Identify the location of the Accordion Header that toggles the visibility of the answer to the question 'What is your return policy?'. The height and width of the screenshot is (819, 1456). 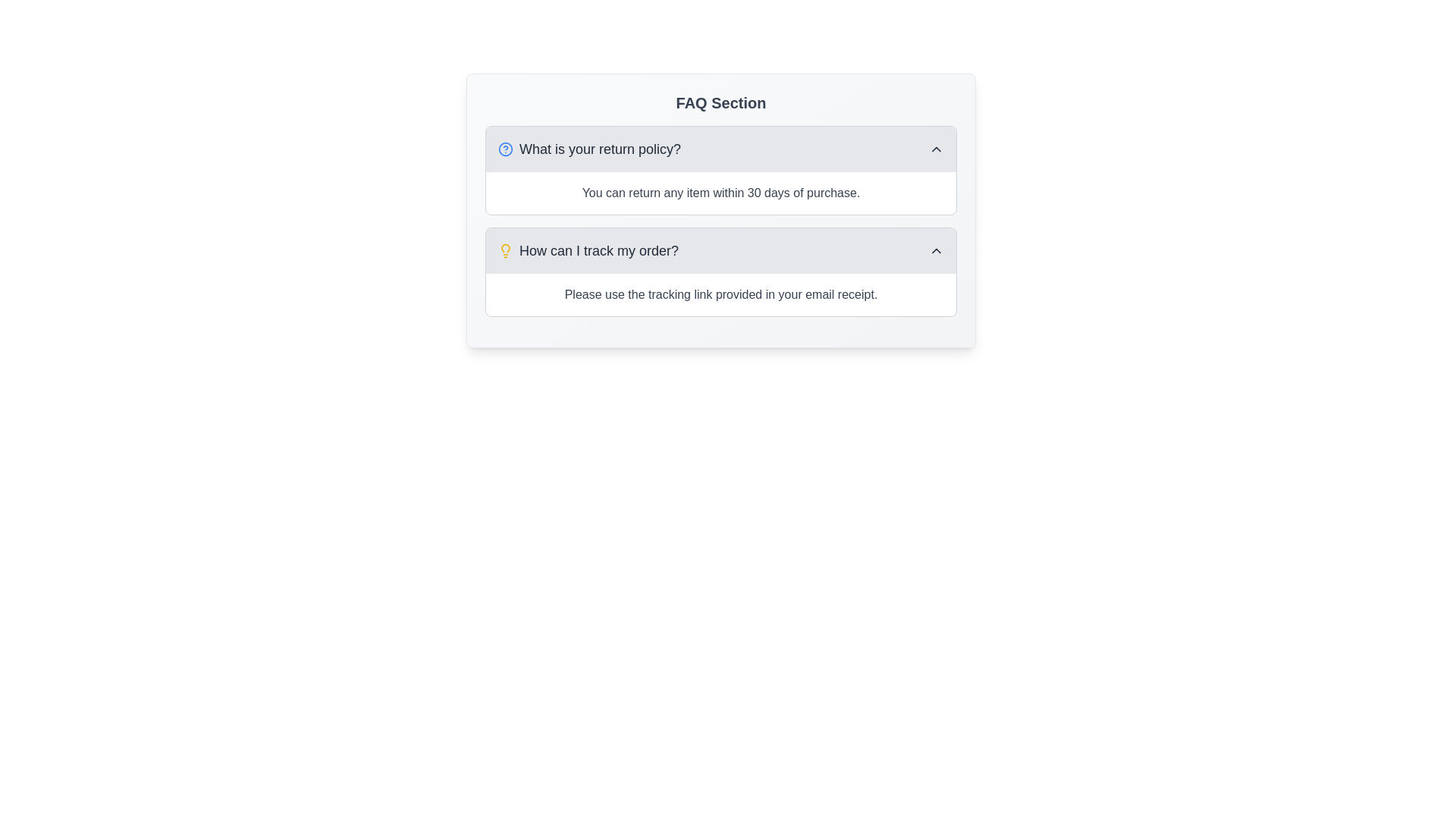
(720, 149).